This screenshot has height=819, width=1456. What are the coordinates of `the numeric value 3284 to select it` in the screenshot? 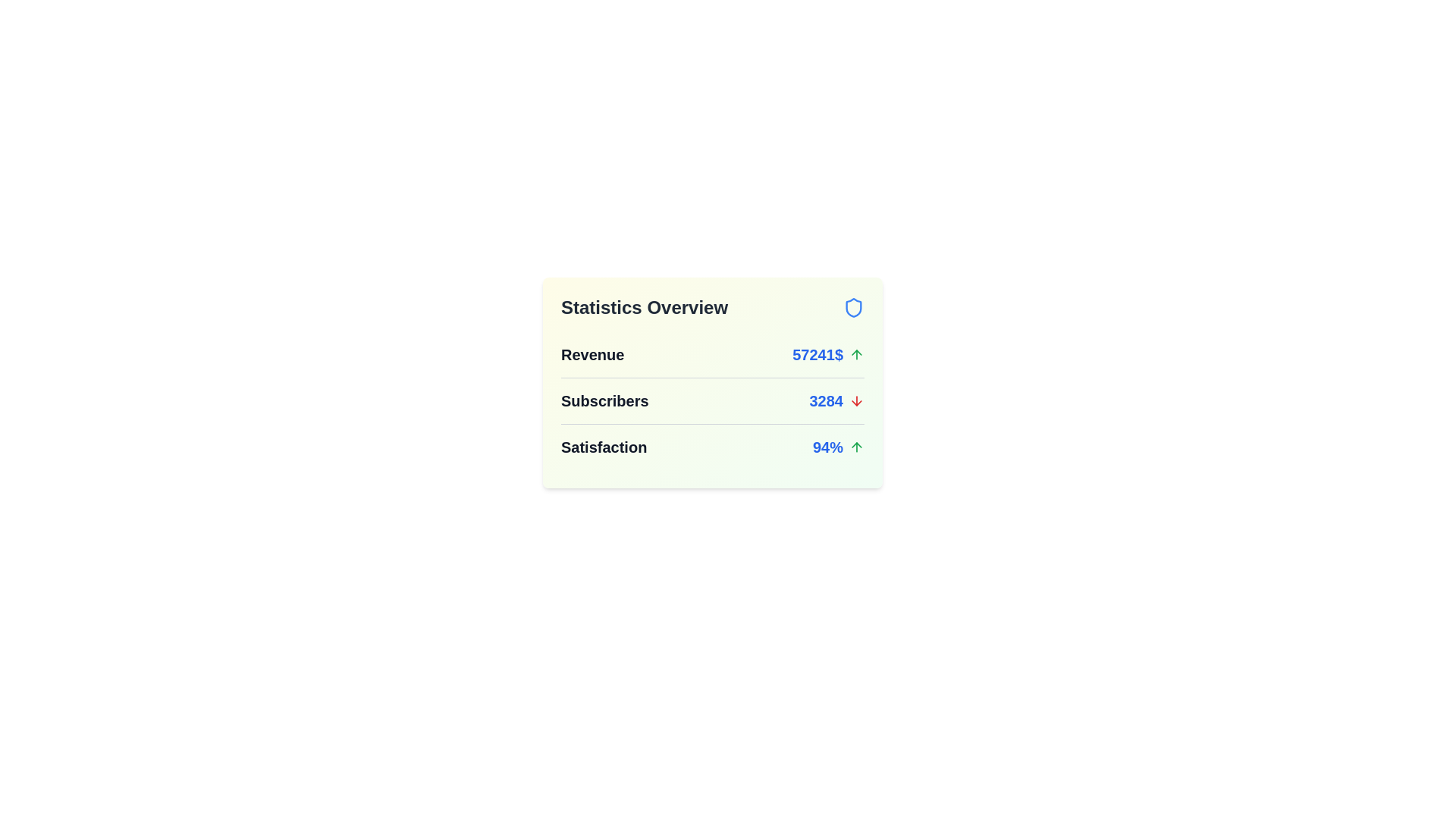 It's located at (825, 400).